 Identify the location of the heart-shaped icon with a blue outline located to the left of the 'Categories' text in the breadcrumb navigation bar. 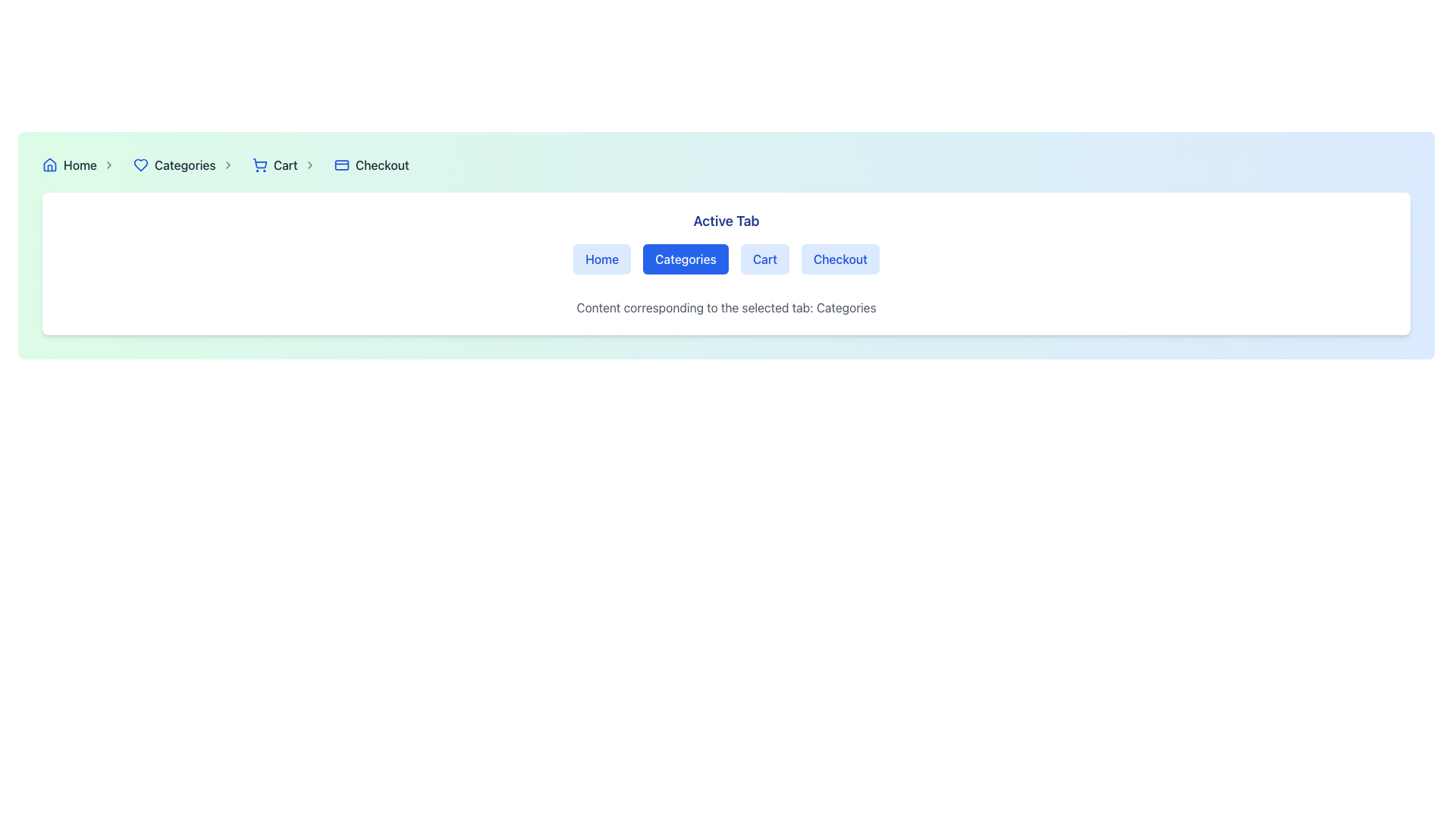
(141, 165).